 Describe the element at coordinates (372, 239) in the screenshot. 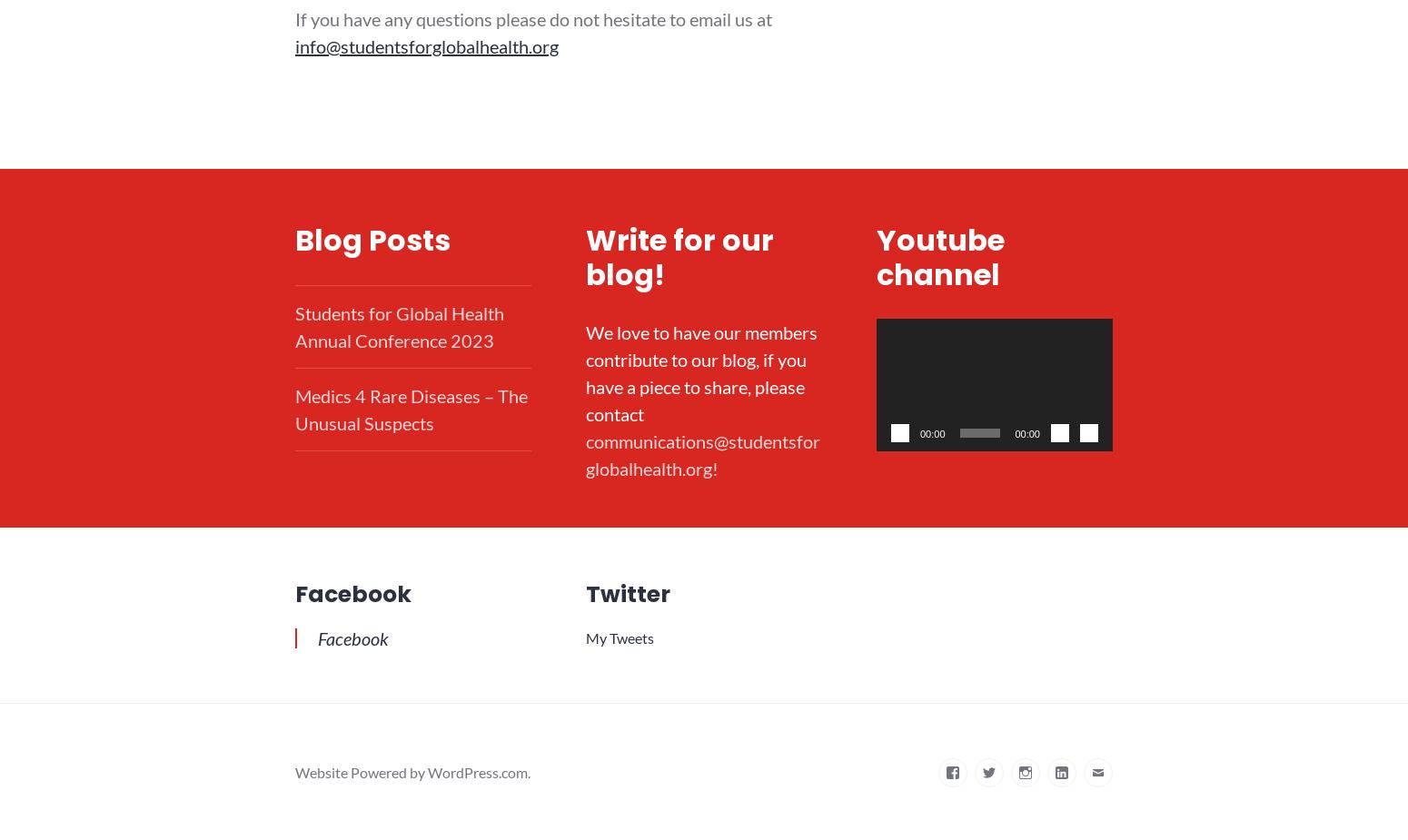

I see `'Blog Posts'` at that location.